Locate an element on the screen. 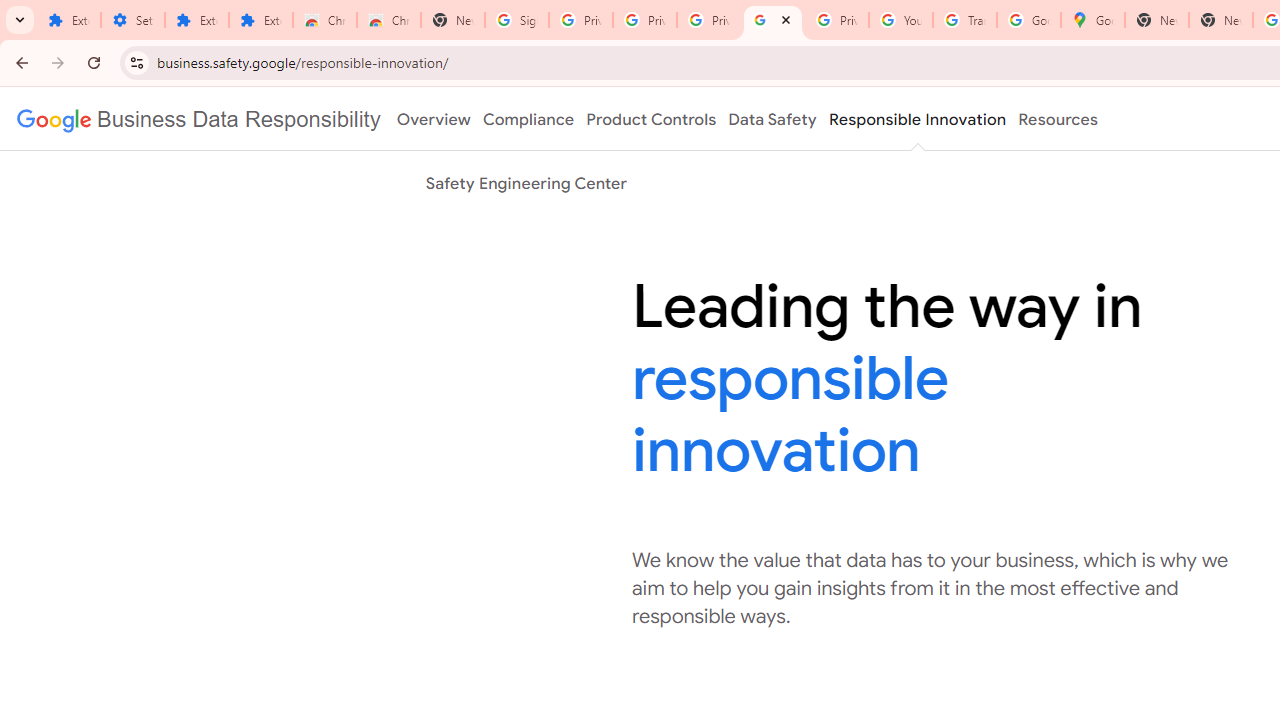 Image resolution: width=1280 pixels, height=720 pixels. 'Compliance' is located at coordinates (528, 119).